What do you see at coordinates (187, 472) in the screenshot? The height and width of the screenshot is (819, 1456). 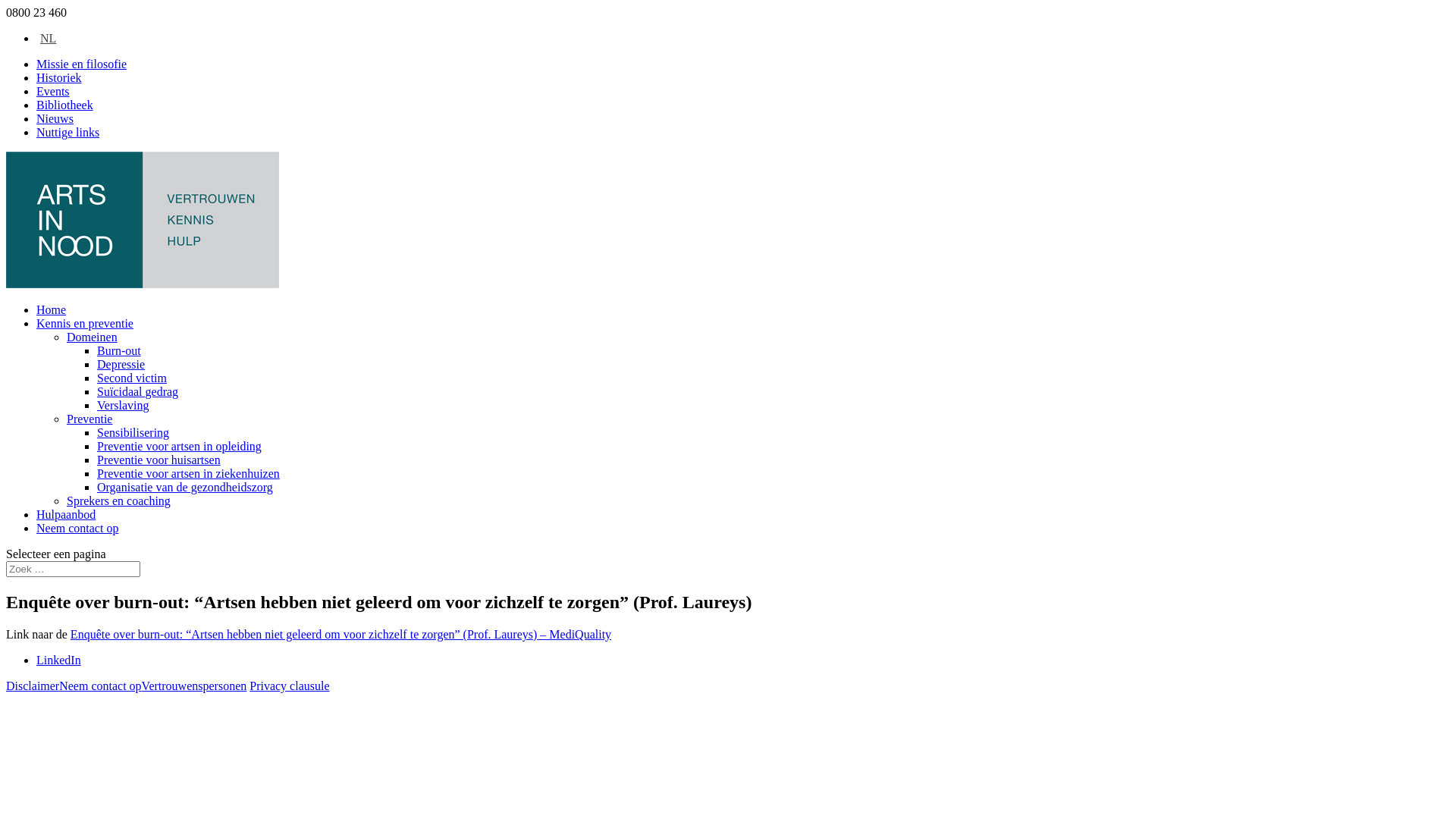 I see `'Preventie voor artsen in ziekenhuizen'` at bounding box center [187, 472].